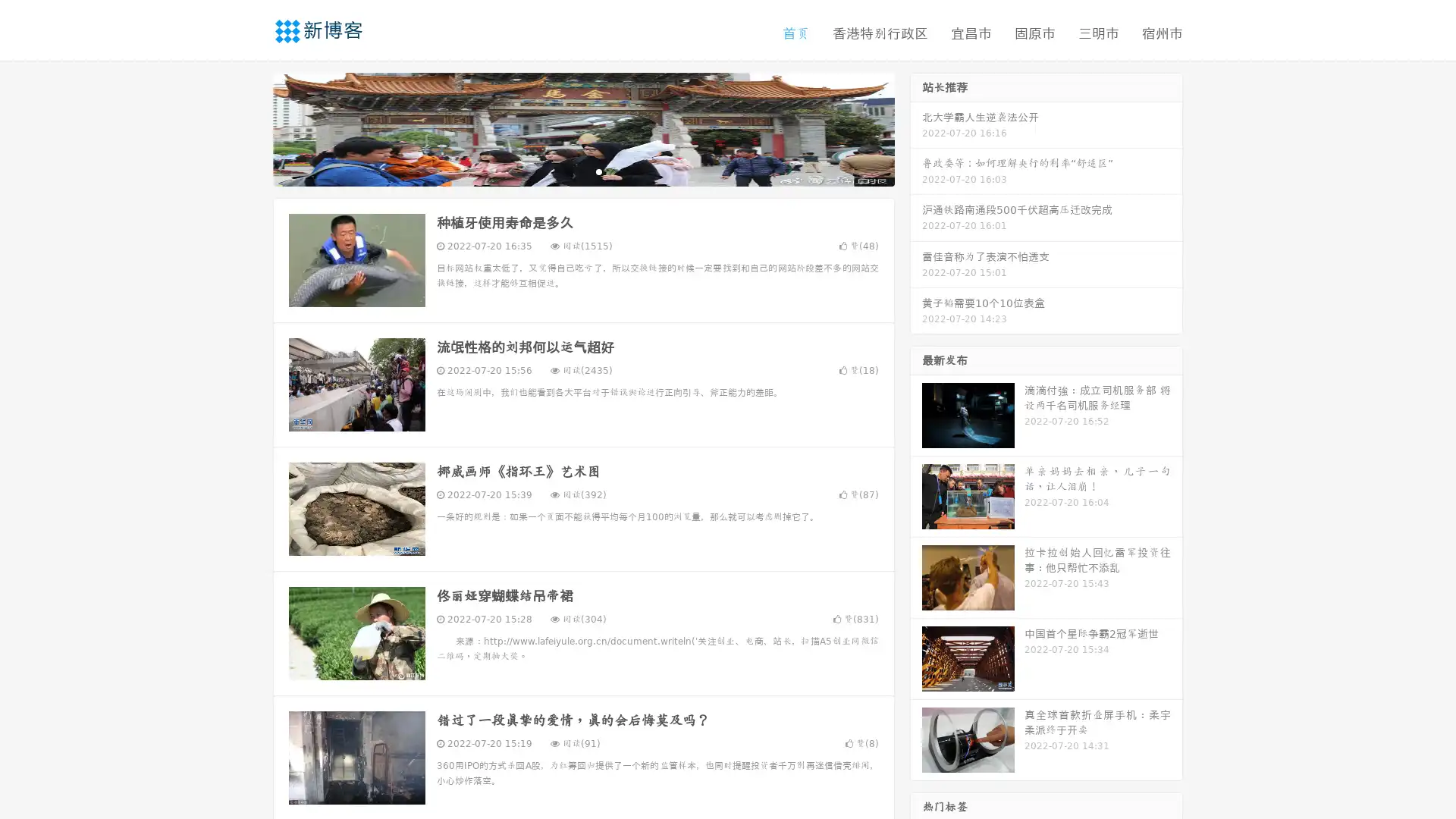  What do you see at coordinates (250, 127) in the screenshot?
I see `Previous slide` at bounding box center [250, 127].